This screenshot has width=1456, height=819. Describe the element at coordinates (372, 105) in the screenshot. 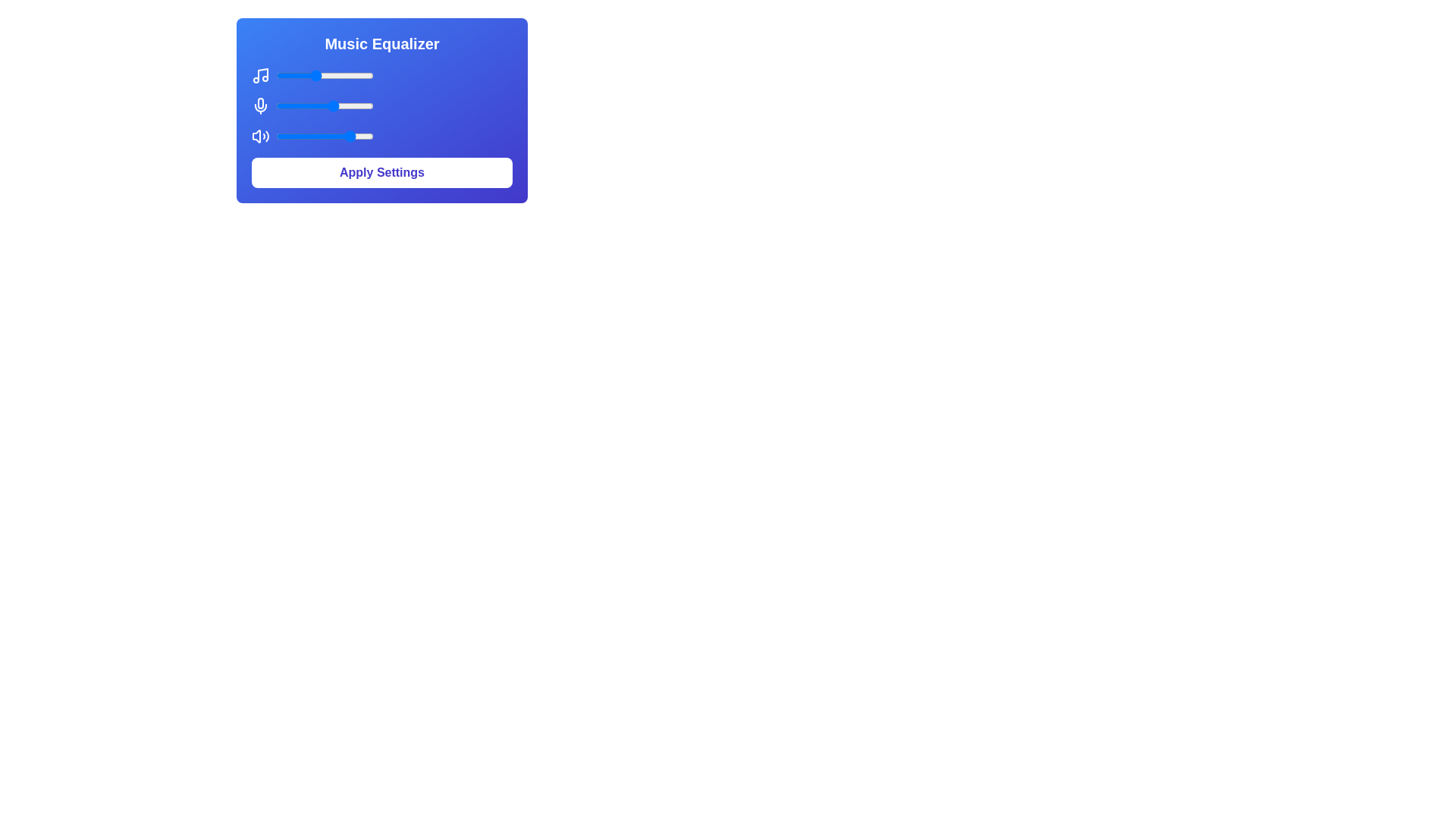

I see `the slider` at that location.